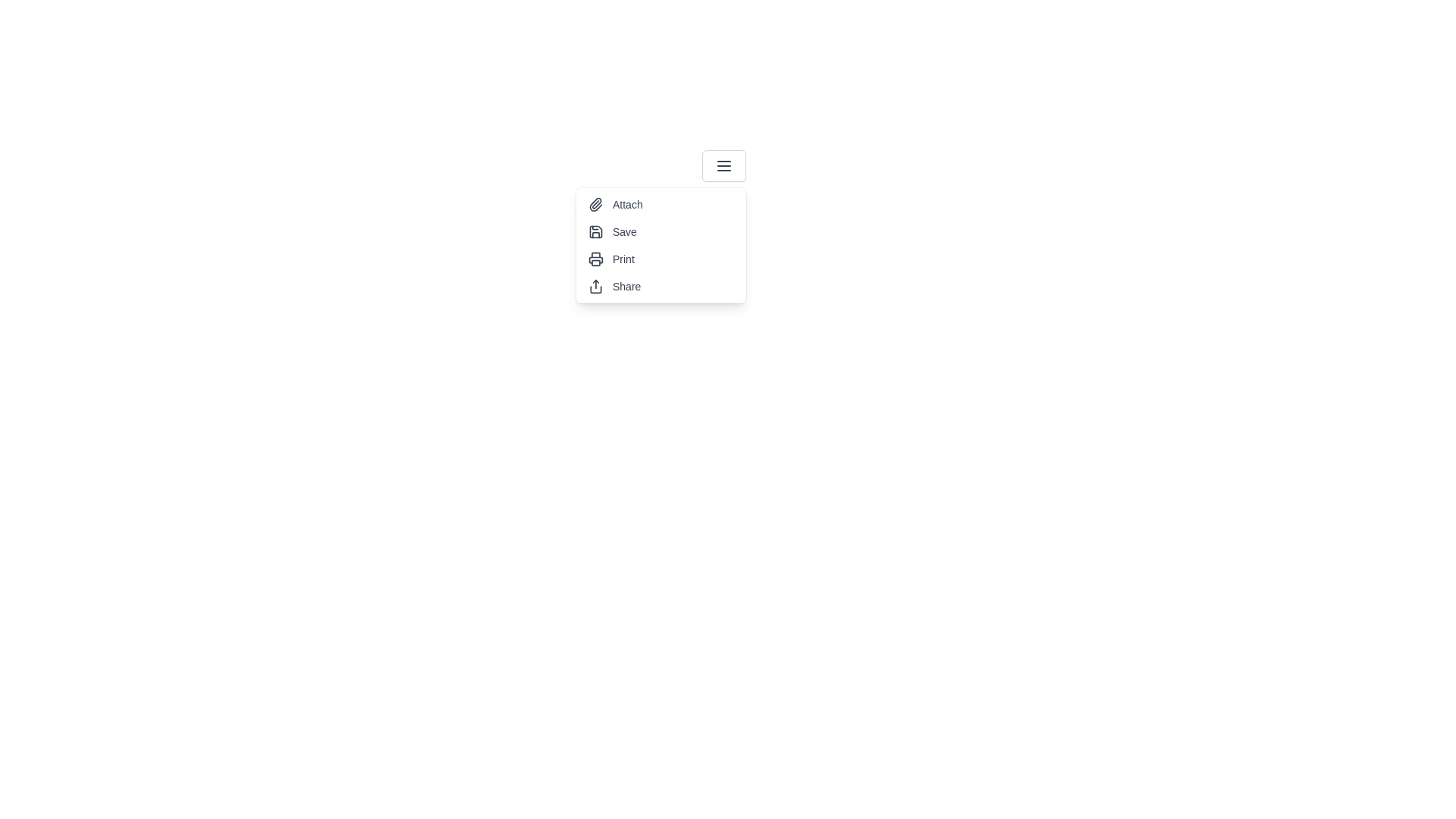  What do you see at coordinates (661, 205) in the screenshot?
I see `the 'Attach' menu option, which is the first item in a vertical dropdown menu` at bounding box center [661, 205].